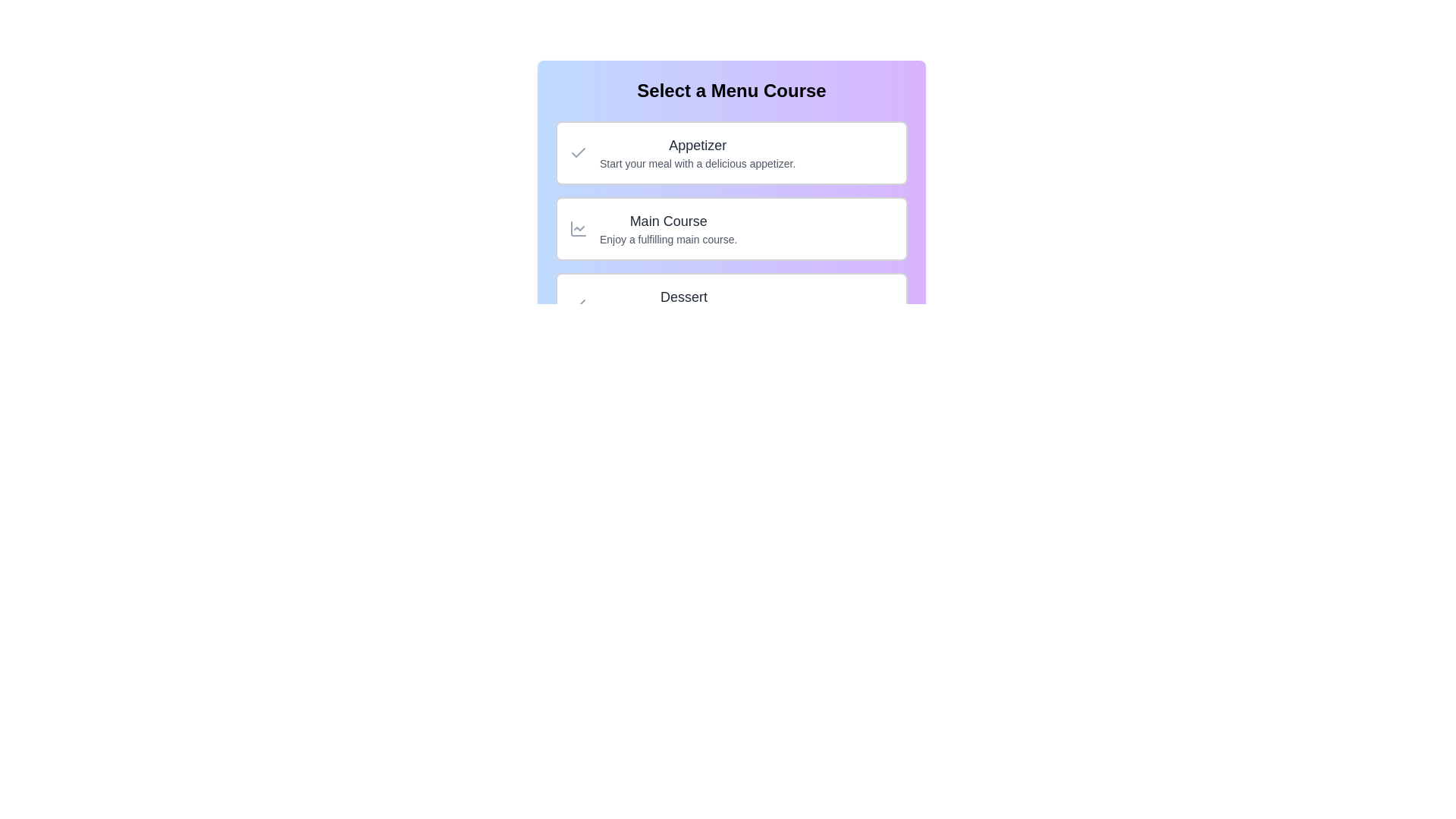  I want to click on the second selectable menu card representing the main course option in the meal selection list, positioned between 'Appetizer' and 'Dessert', so click(731, 228).